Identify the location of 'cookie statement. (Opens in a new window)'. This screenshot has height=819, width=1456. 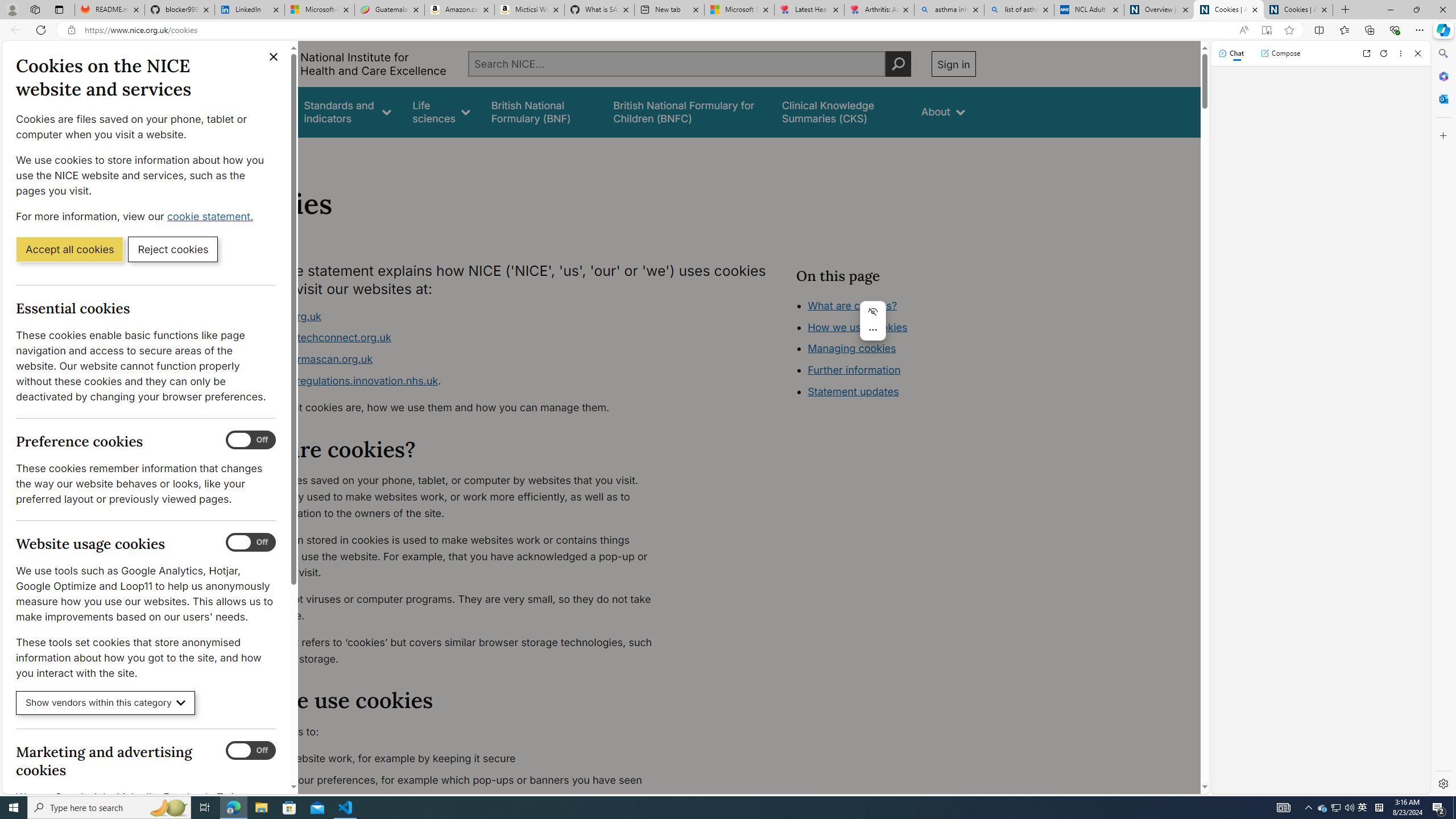
(211, 216).